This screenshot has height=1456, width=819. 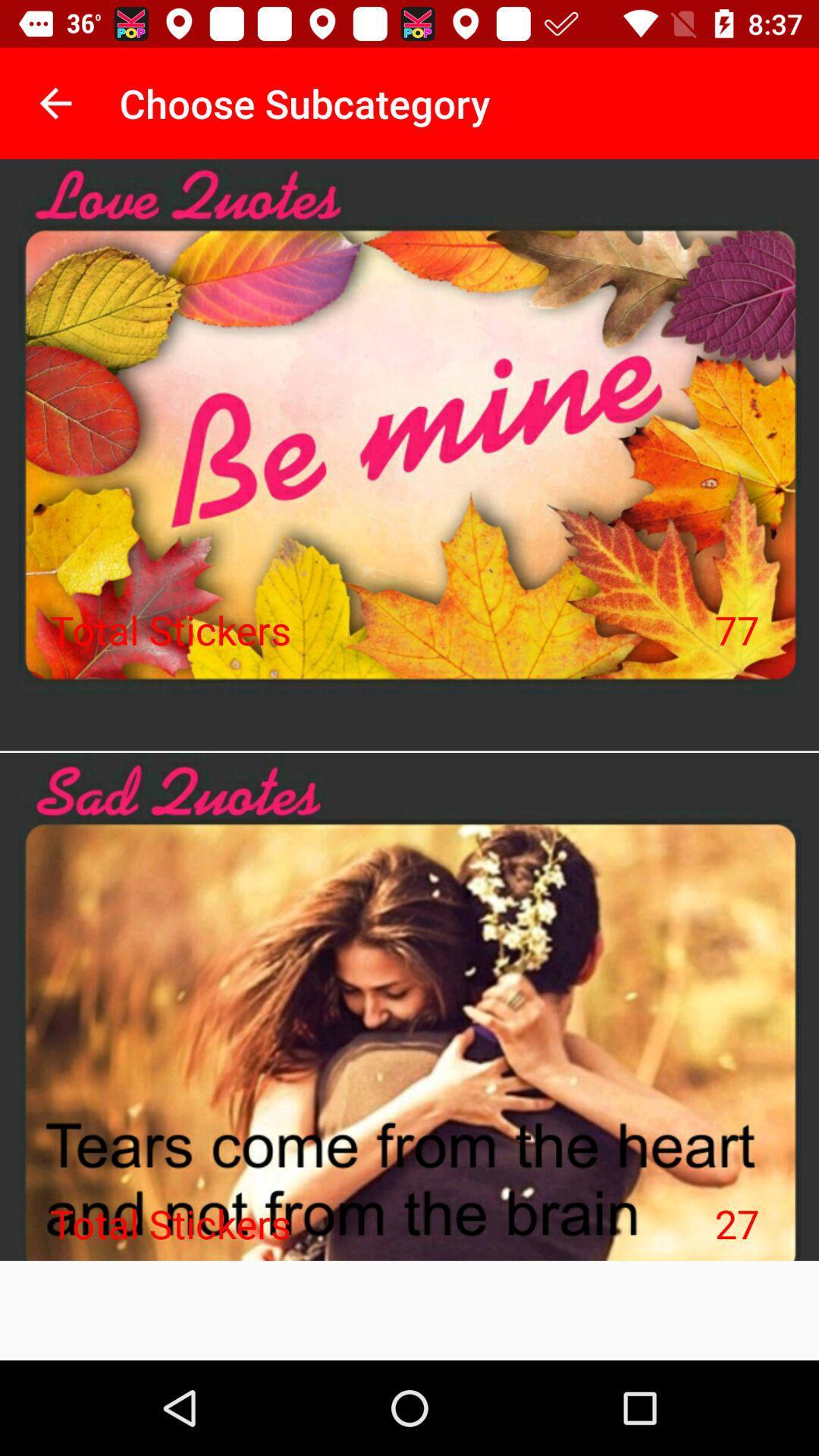 I want to click on icon next to choose subcategory item, so click(x=55, y=102).